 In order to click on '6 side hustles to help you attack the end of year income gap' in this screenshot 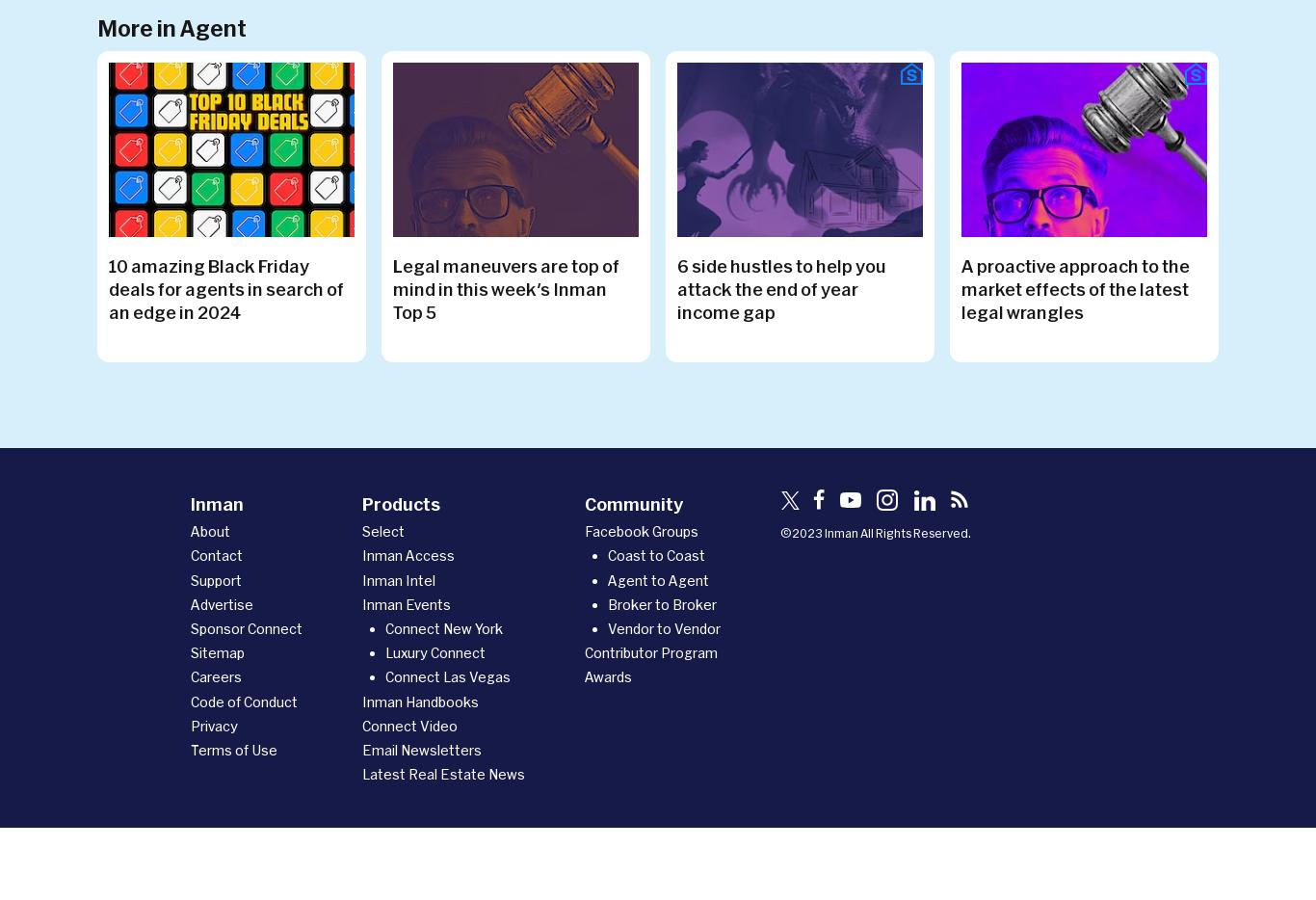, I will do `click(779, 286)`.